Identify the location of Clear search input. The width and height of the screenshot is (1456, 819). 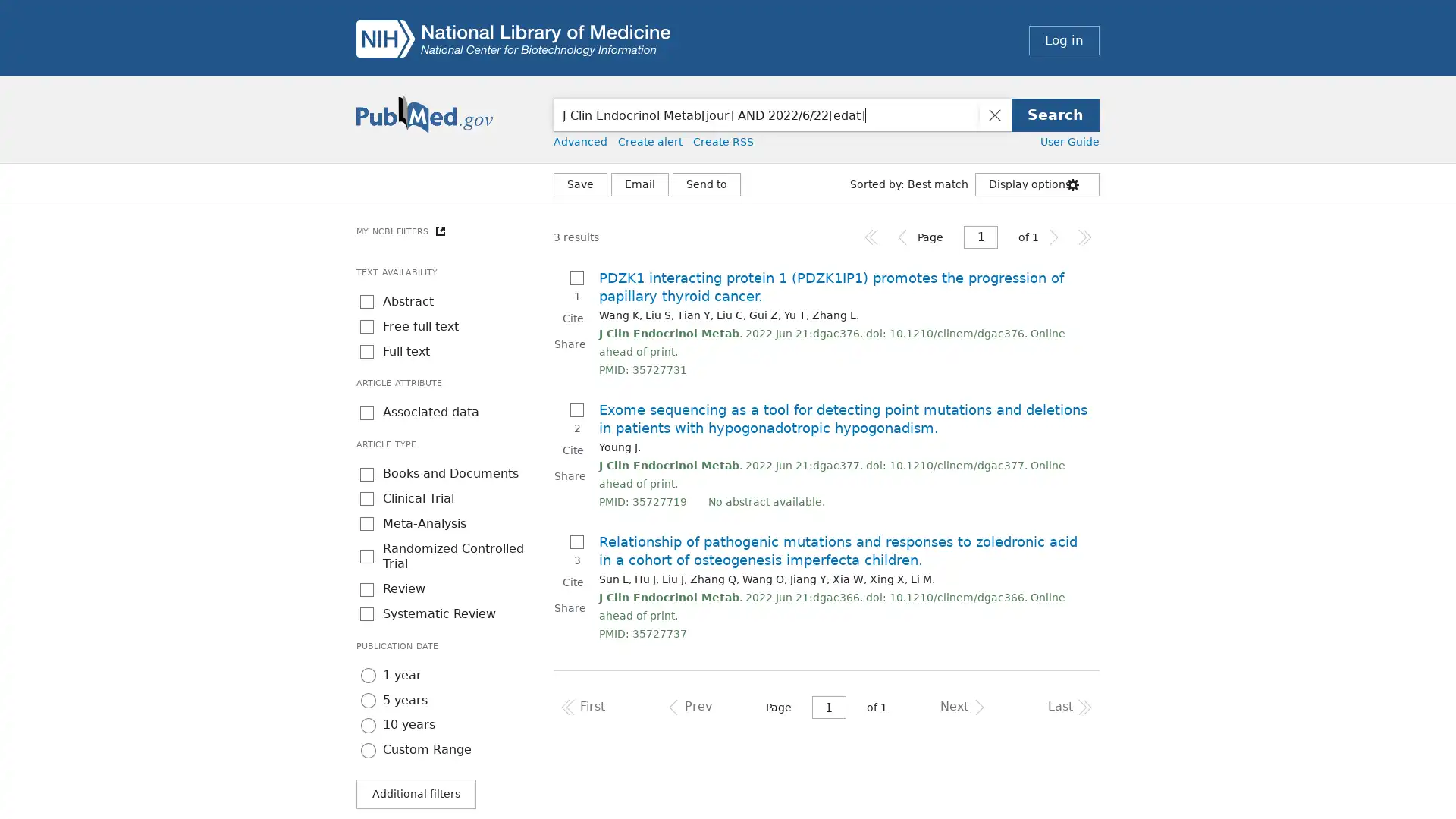
(993, 114).